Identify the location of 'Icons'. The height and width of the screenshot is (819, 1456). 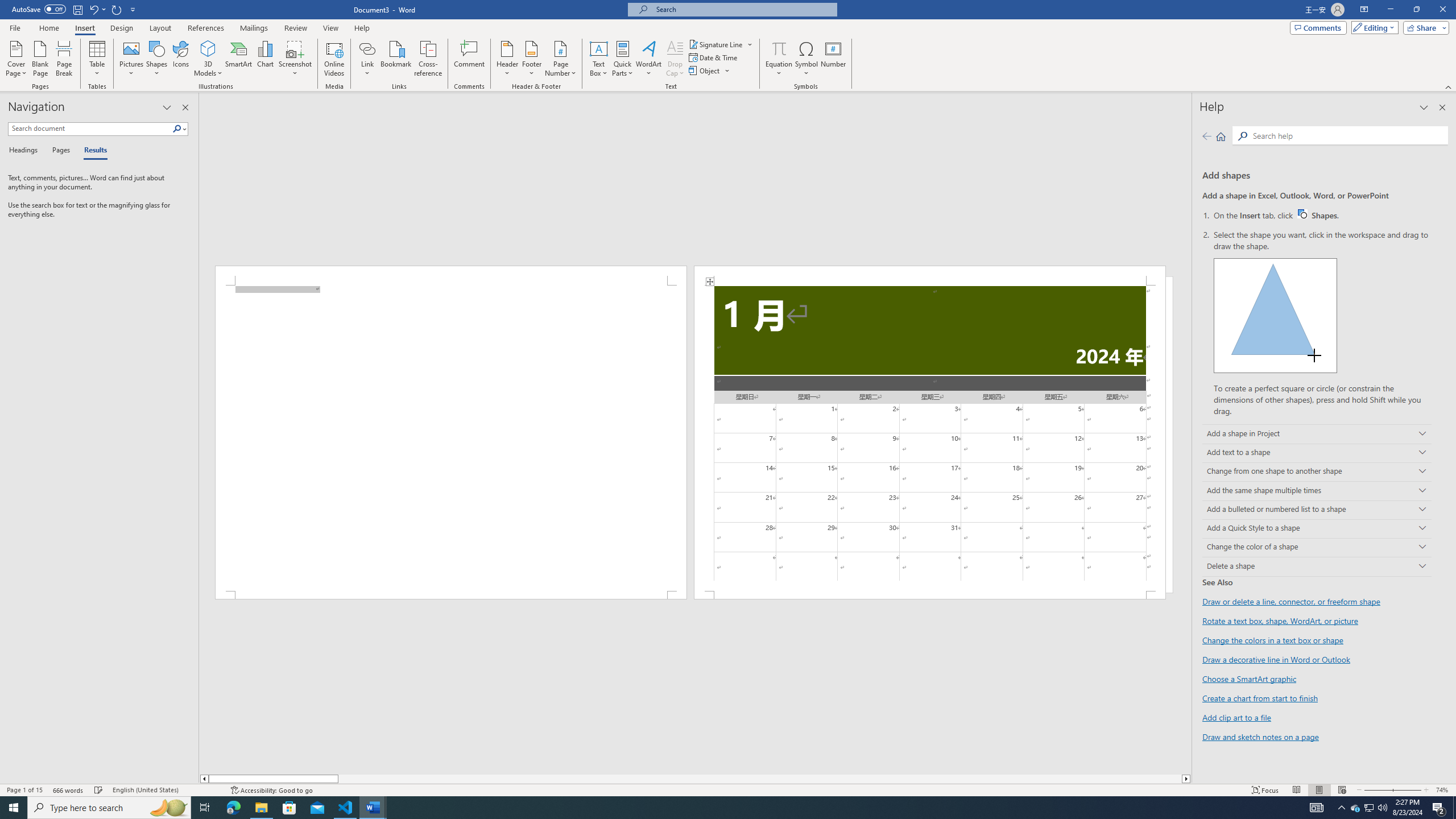
(180, 59).